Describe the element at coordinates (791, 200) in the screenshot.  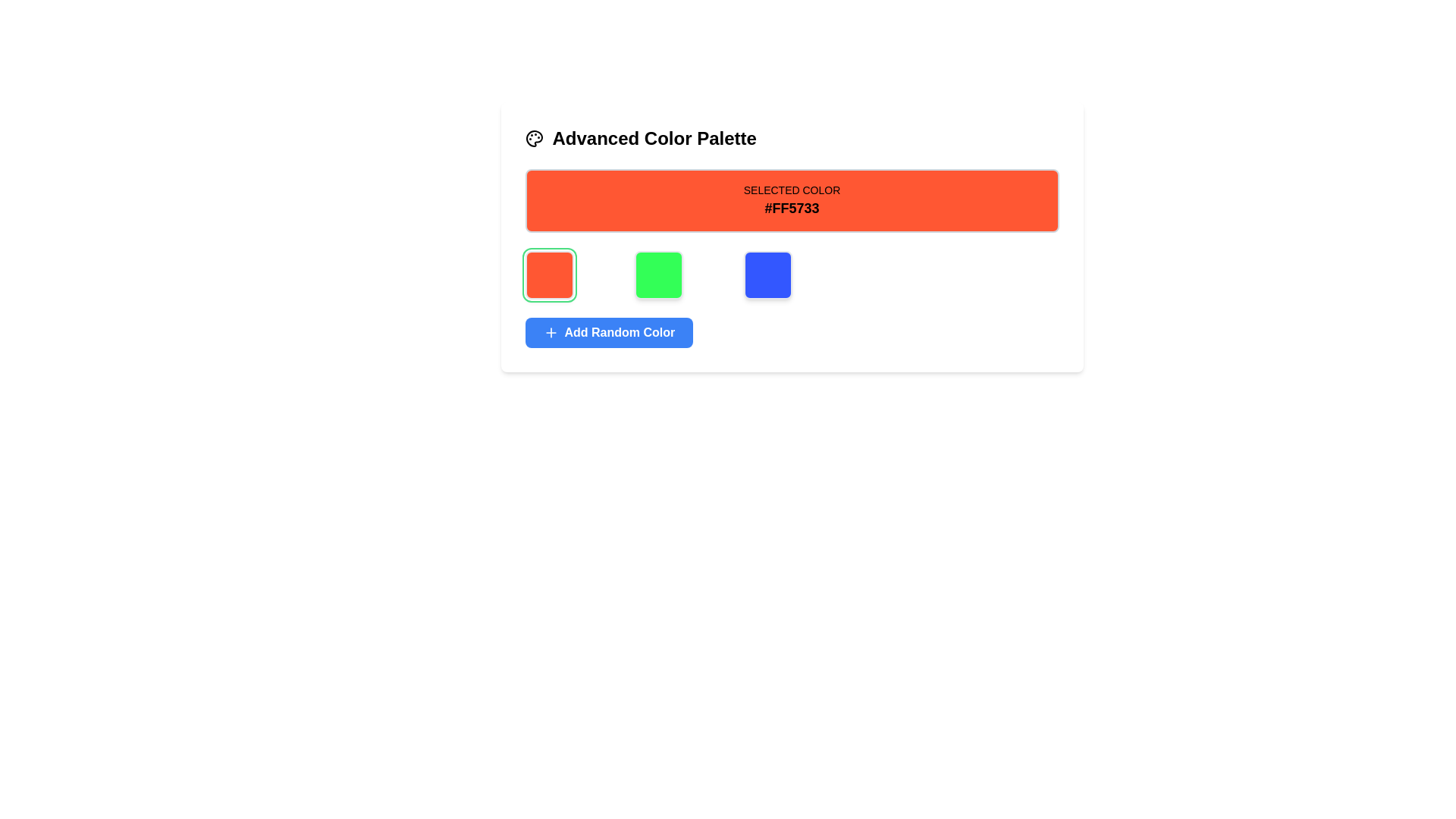
I see `the Display panel with the bright orange background that shows 'Selected Color' and '#FF5733' text` at that location.